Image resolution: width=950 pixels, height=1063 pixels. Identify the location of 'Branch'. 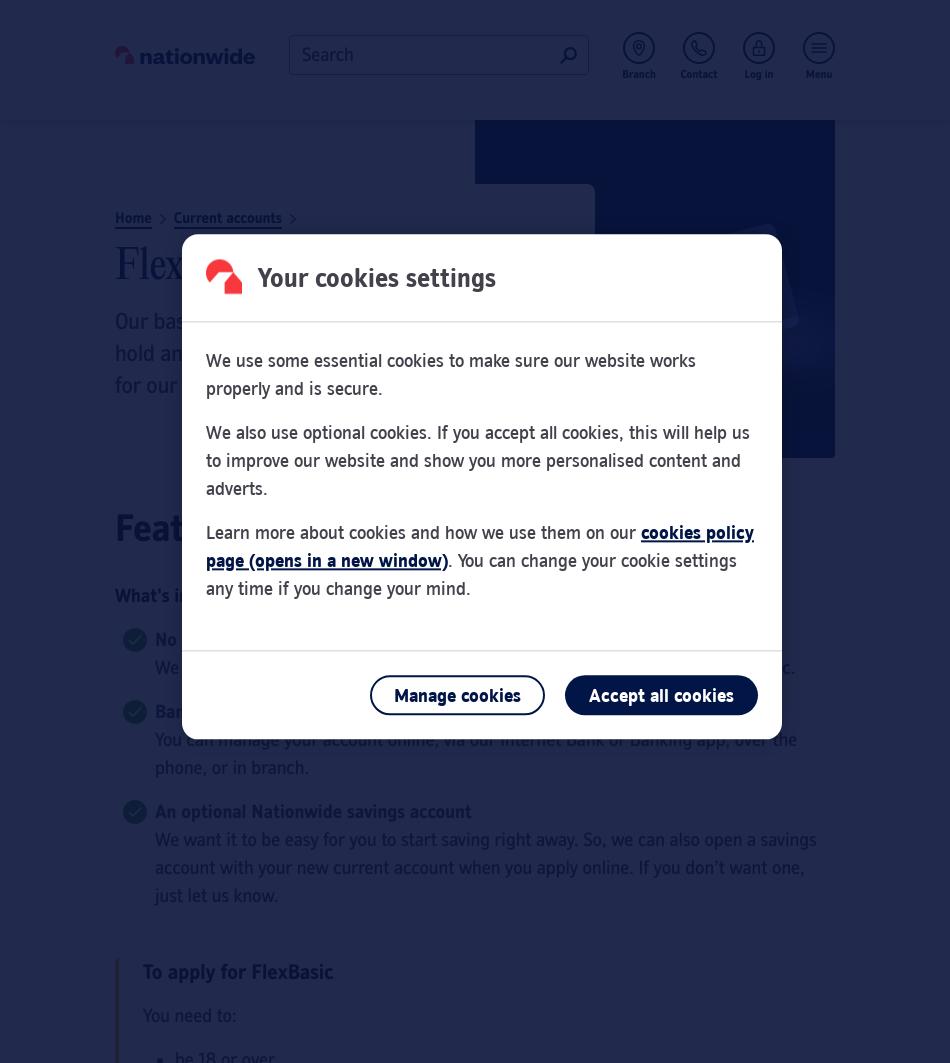
(621, 73).